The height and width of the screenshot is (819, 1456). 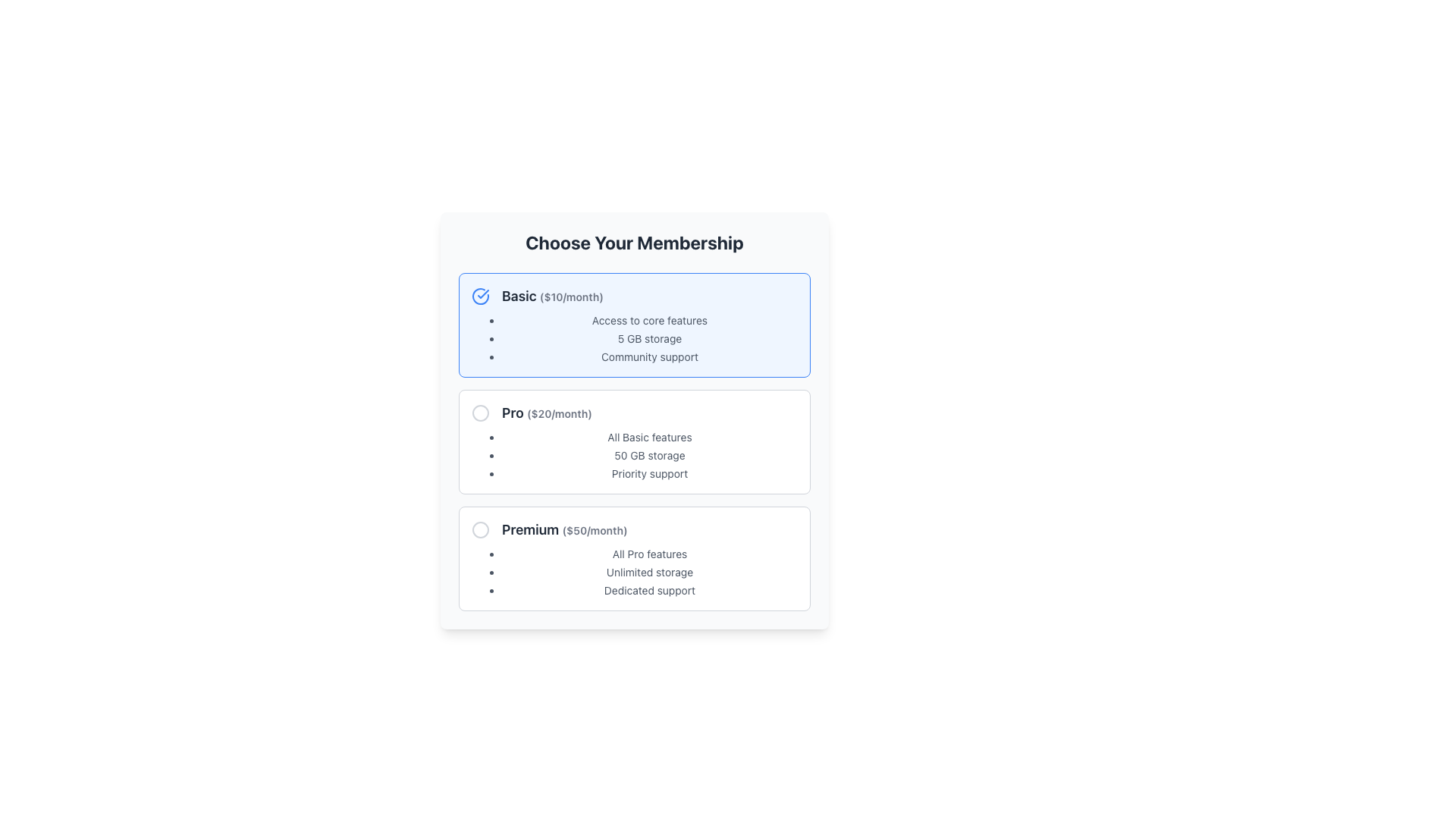 I want to click on the 'Premium' membership option text label, which is the third item in a vertical list below the 'Pro' membership option, indicating its name and price, so click(x=563, y=529).